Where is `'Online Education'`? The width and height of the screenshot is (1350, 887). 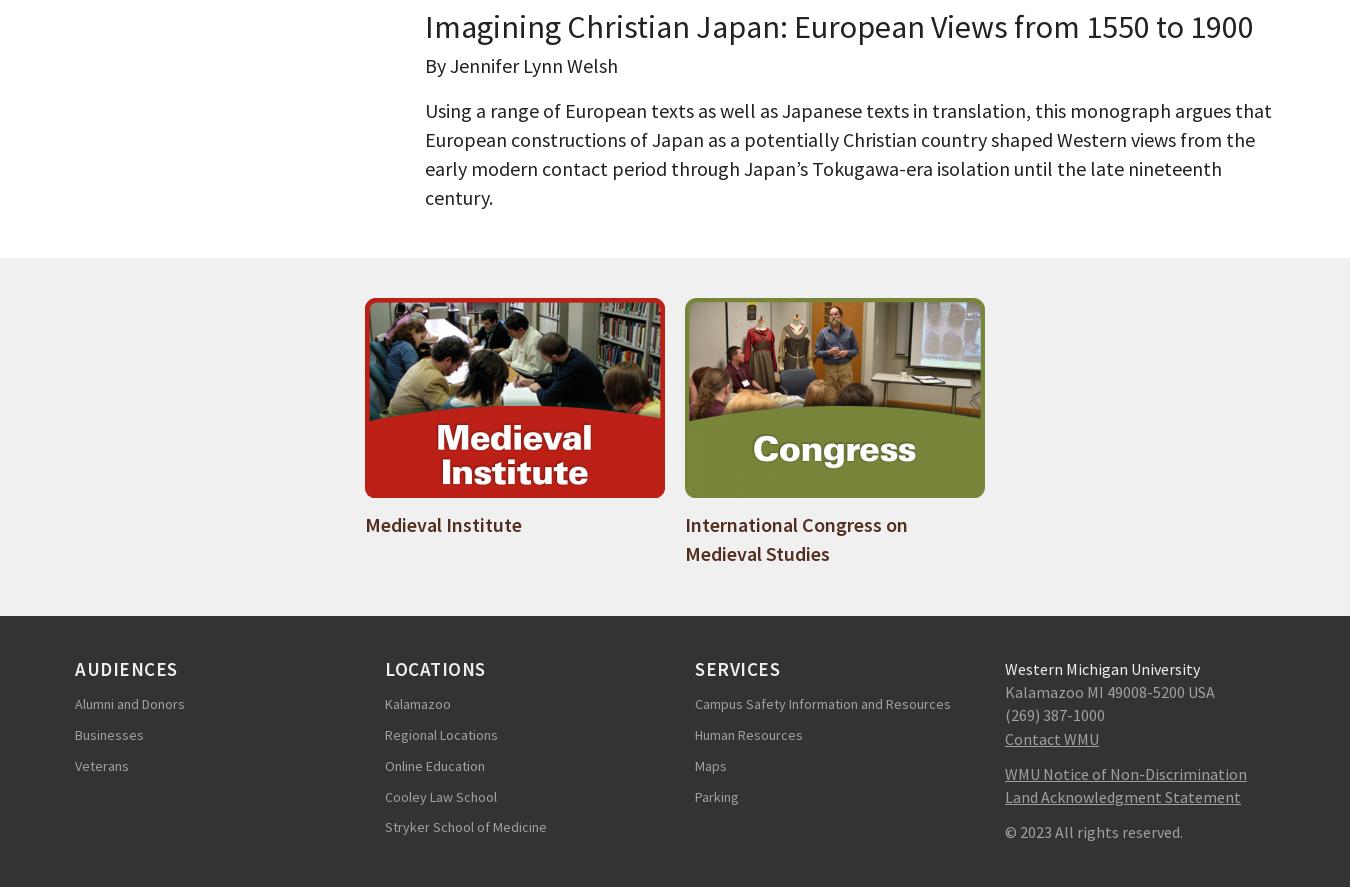
'Online Education' is located at coordinates (385, 764).